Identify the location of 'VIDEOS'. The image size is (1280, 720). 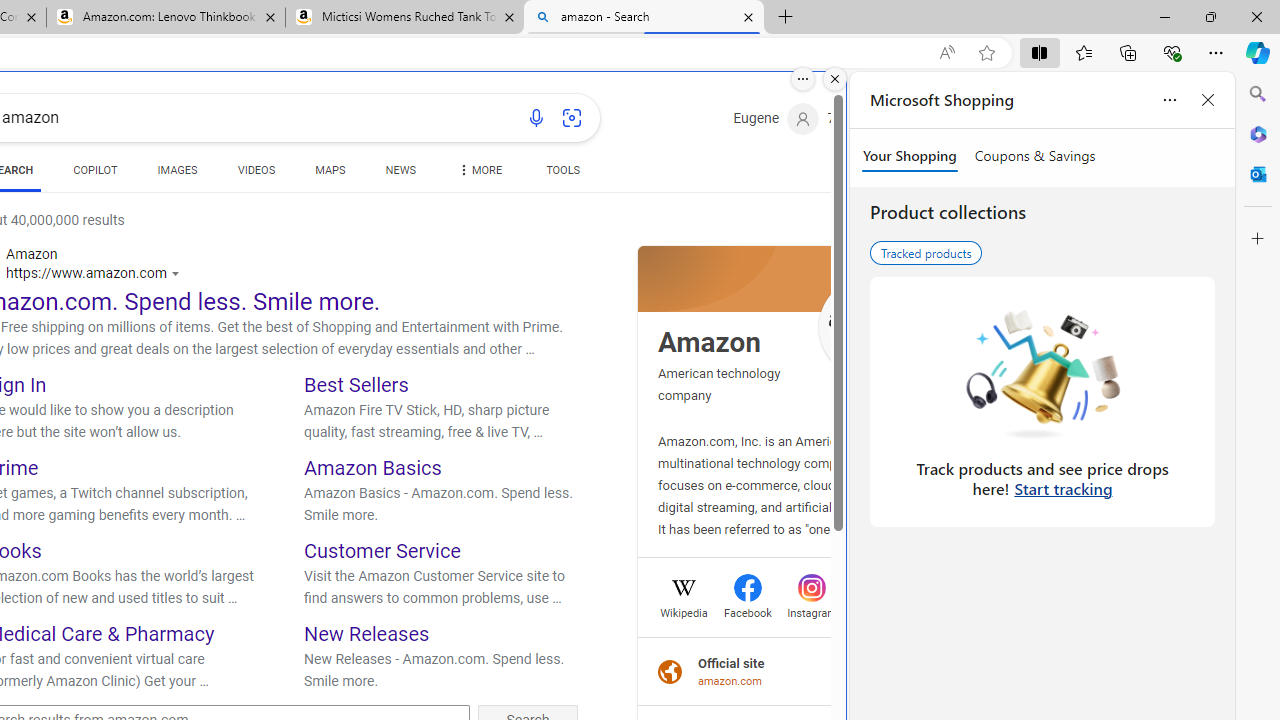
(255, 172).